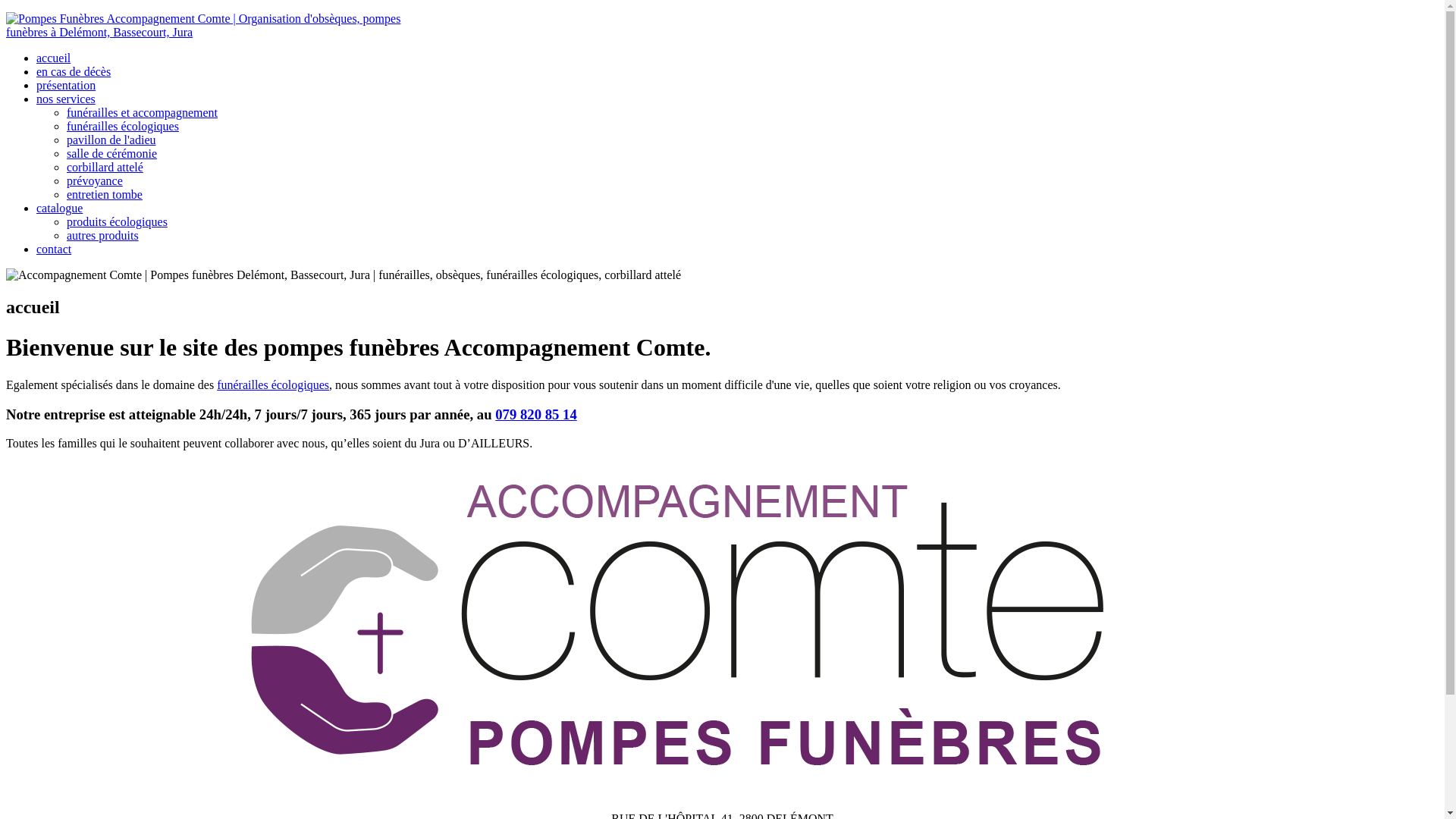  Describe the element at coordinates (102, 235) in the screenshot. I see `'autres produits'` at that location.